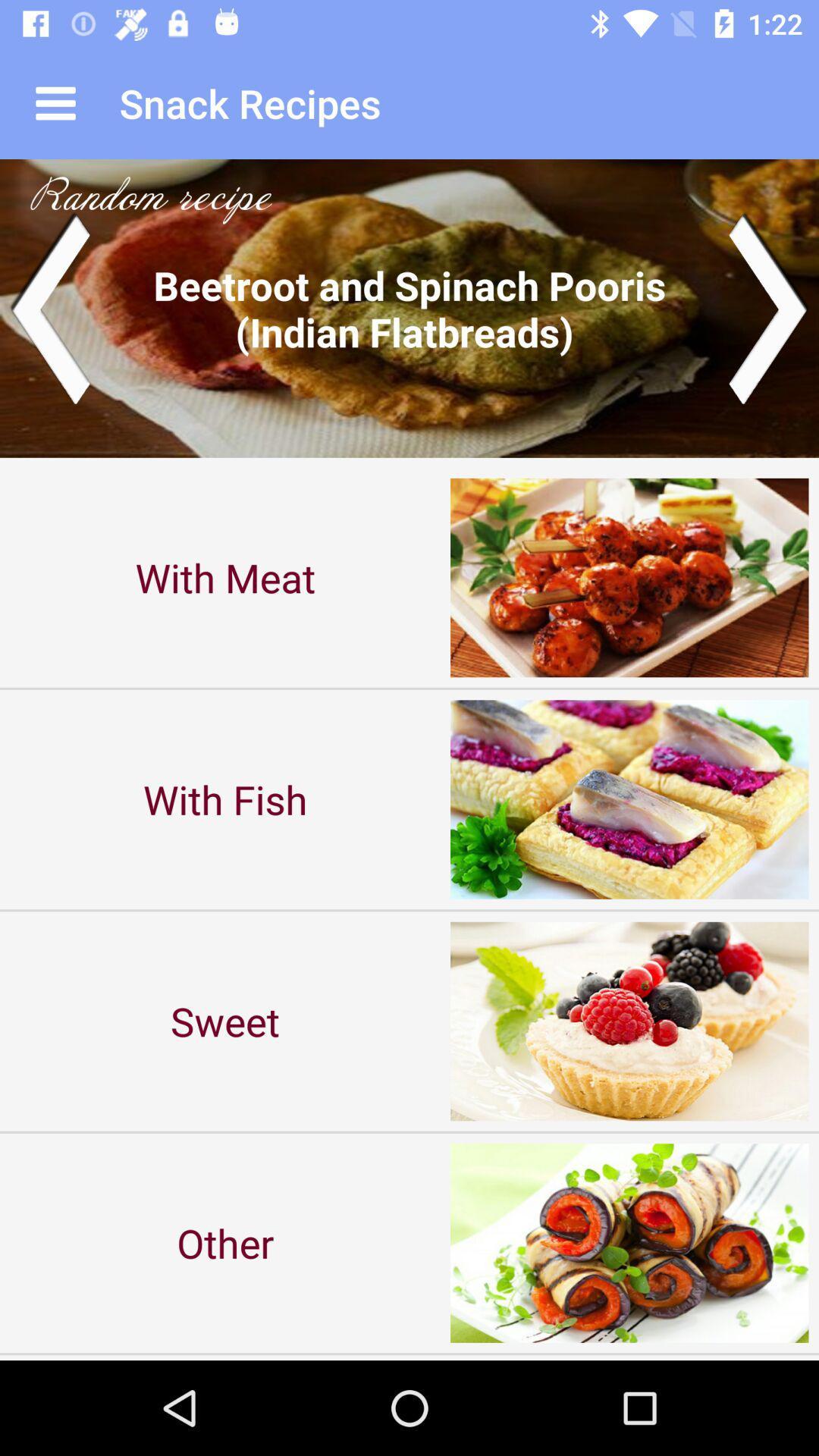 Image resolution: width=819 pixels, height=1456 pixels. What do you see at coordinates (225, 799) in the screenshot?
I see `the with fish icon` at bounding box center [225, 799].